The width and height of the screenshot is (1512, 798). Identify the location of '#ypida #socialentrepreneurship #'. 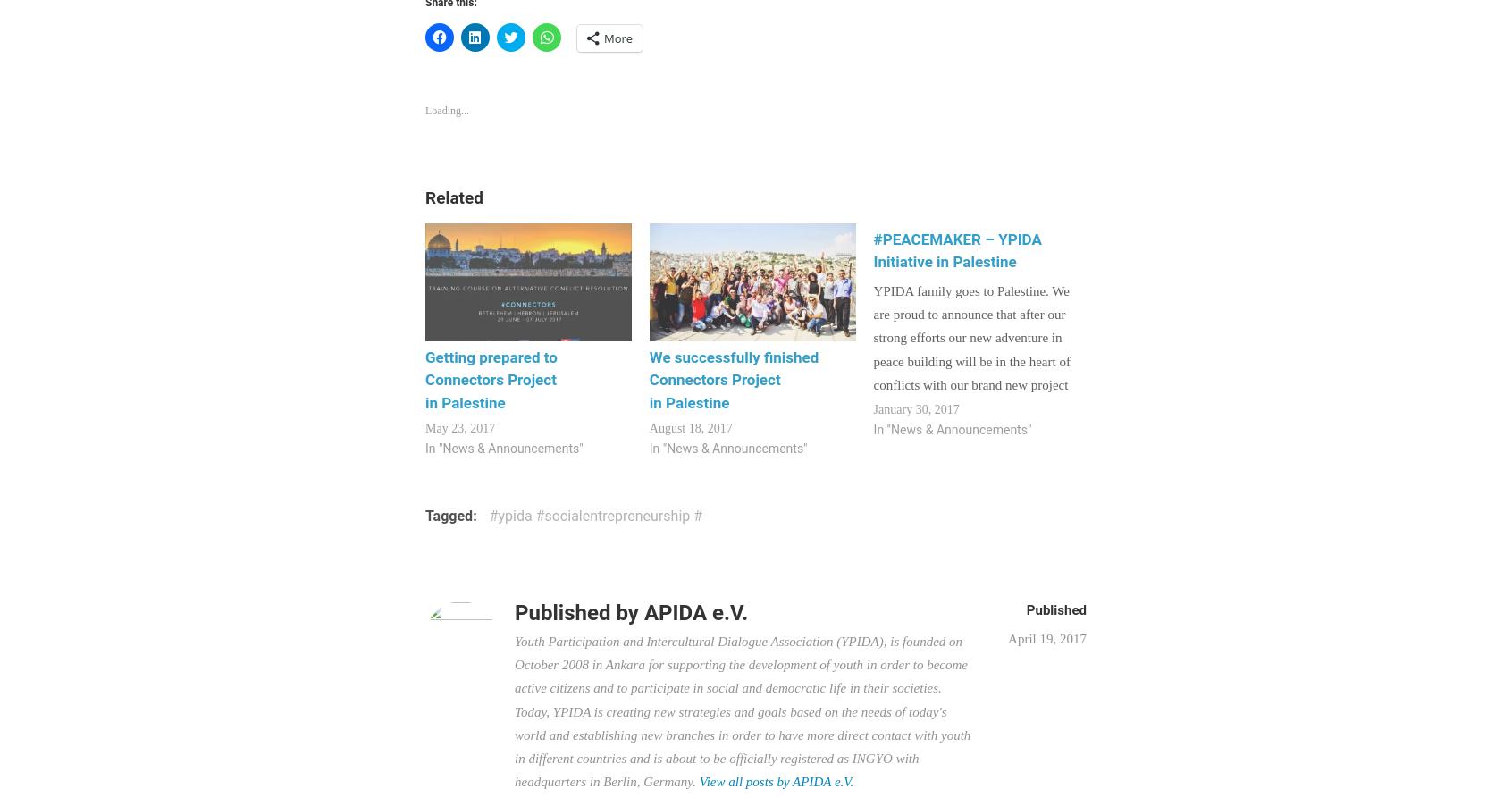
(489, 515).